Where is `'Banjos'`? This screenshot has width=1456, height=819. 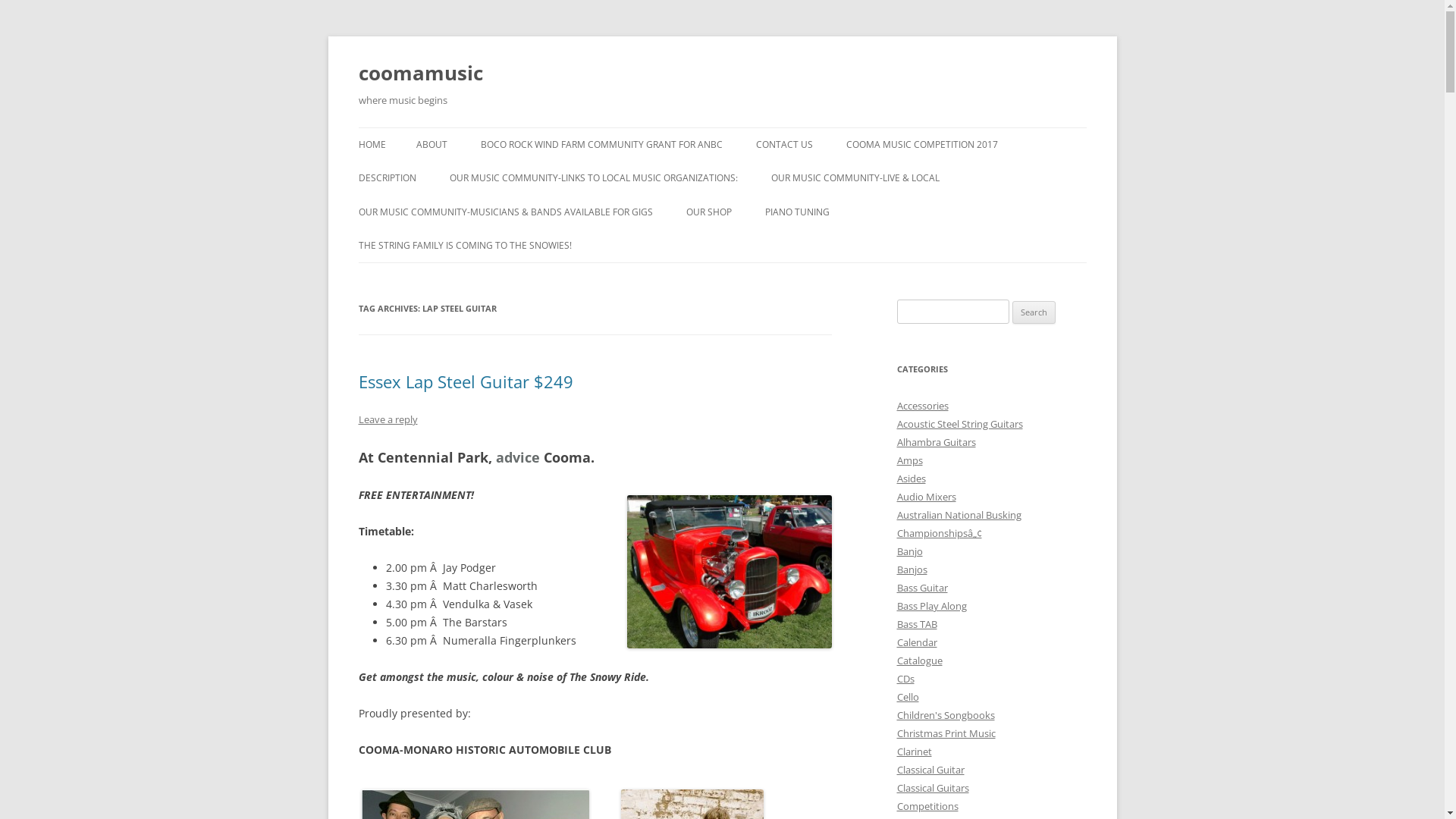 'Banjos' is located at coordinates (910, 570).